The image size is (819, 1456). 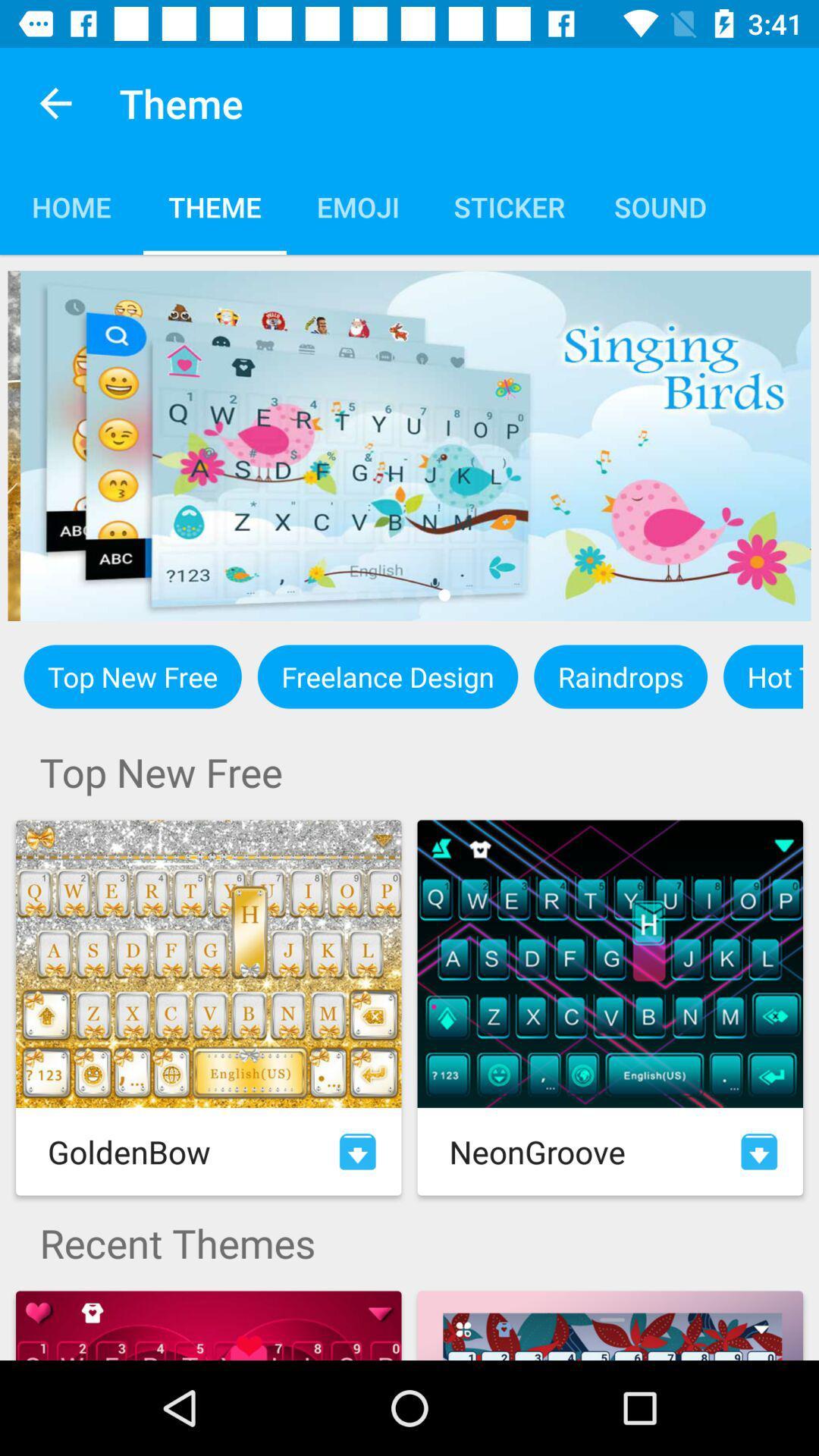 What do you see at coordinates (55, 102) in the screenshot?
I see `app to the left of theme icon` at bounding box center [55, 102].